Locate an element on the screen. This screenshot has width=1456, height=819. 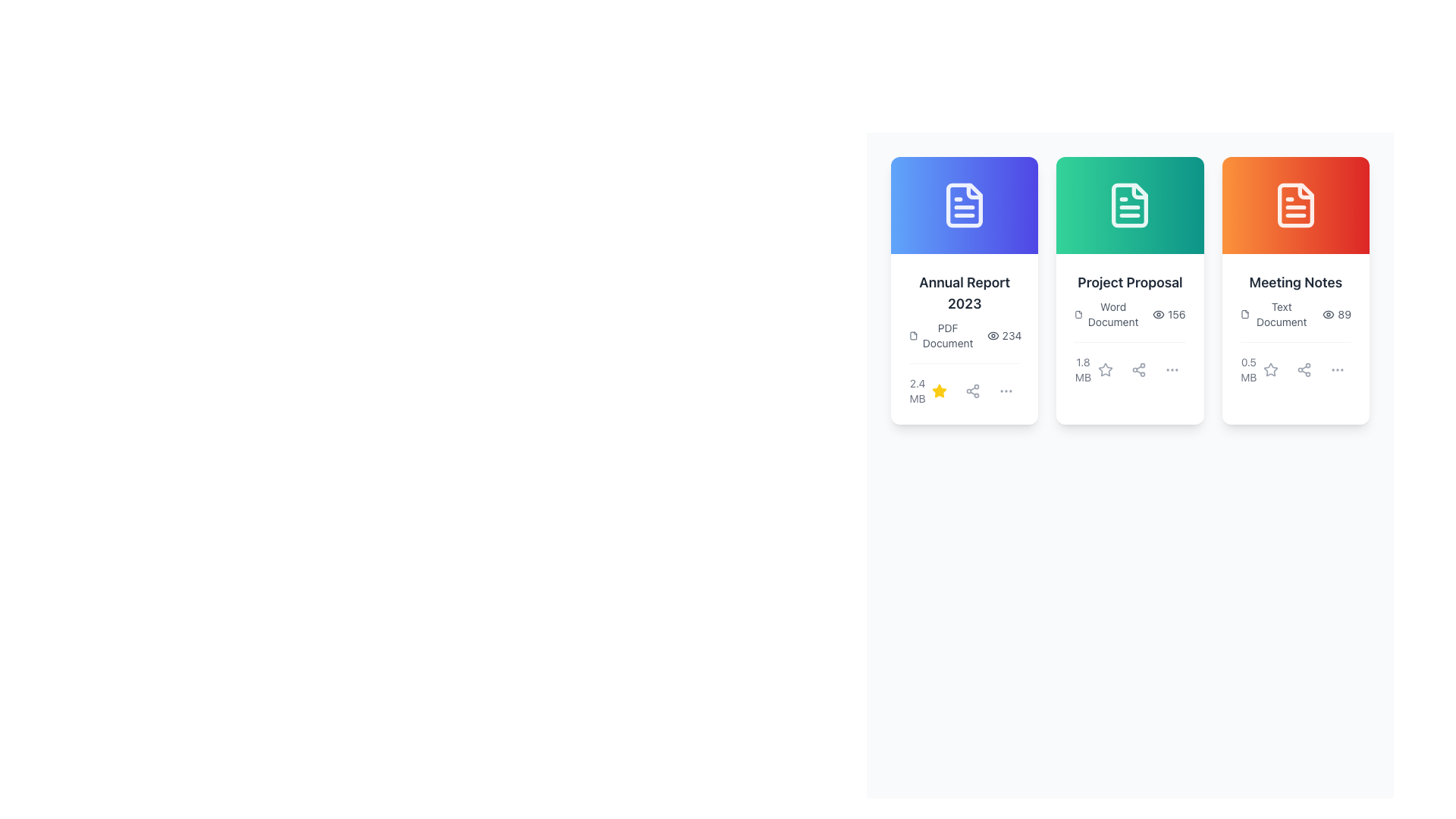
the document icon located in the blue header of the first card from the left in a sequence of three cards is located at coordinates (964, 205).